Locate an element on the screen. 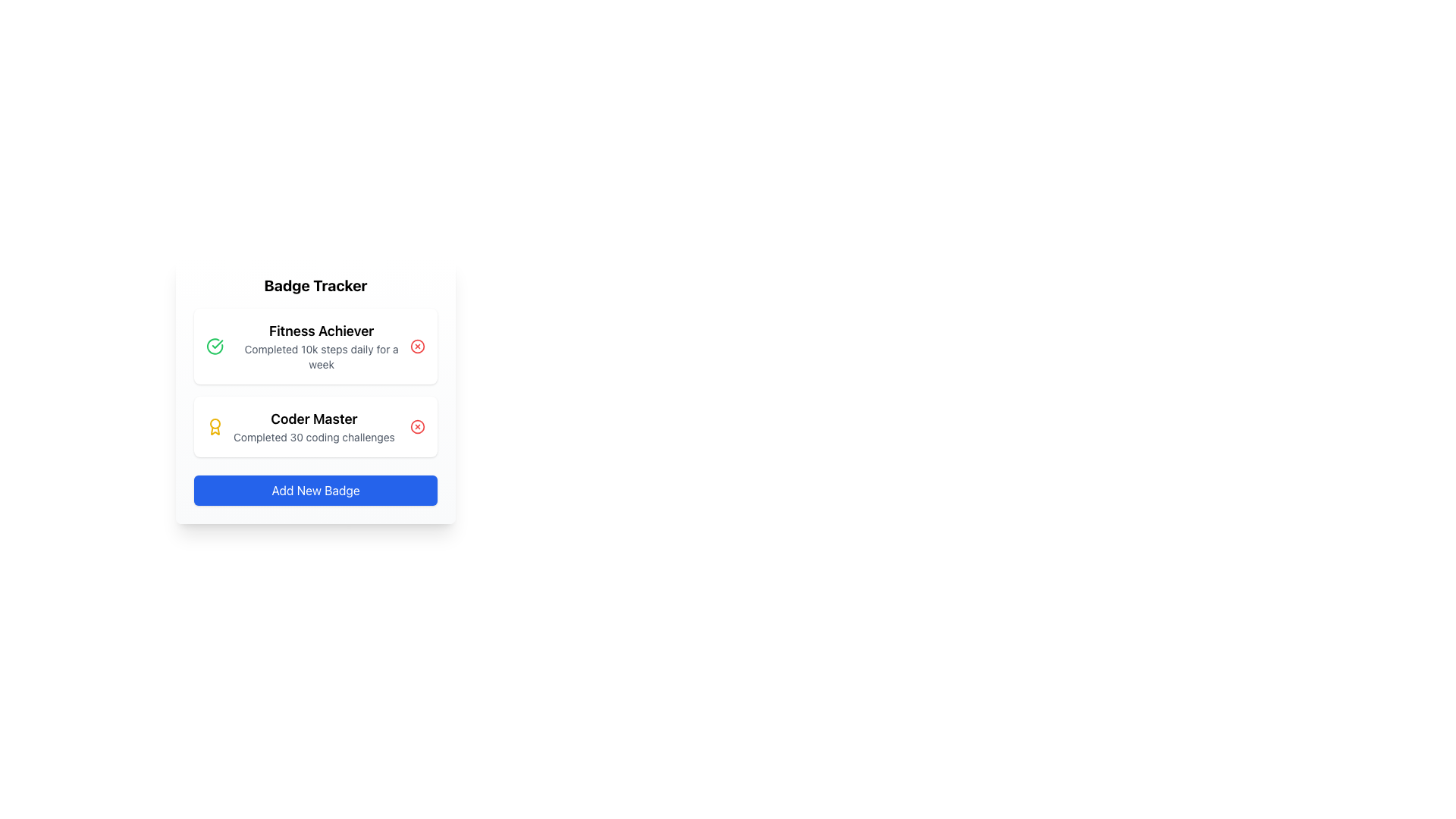 The height and width of the screenshot is (819, 1456). the decorative SVG icon representing the 'Coder Master' badge, which is positioned to the left of the badge title at the top-left of the badge's bounding box is located at coordinates (214, 431).